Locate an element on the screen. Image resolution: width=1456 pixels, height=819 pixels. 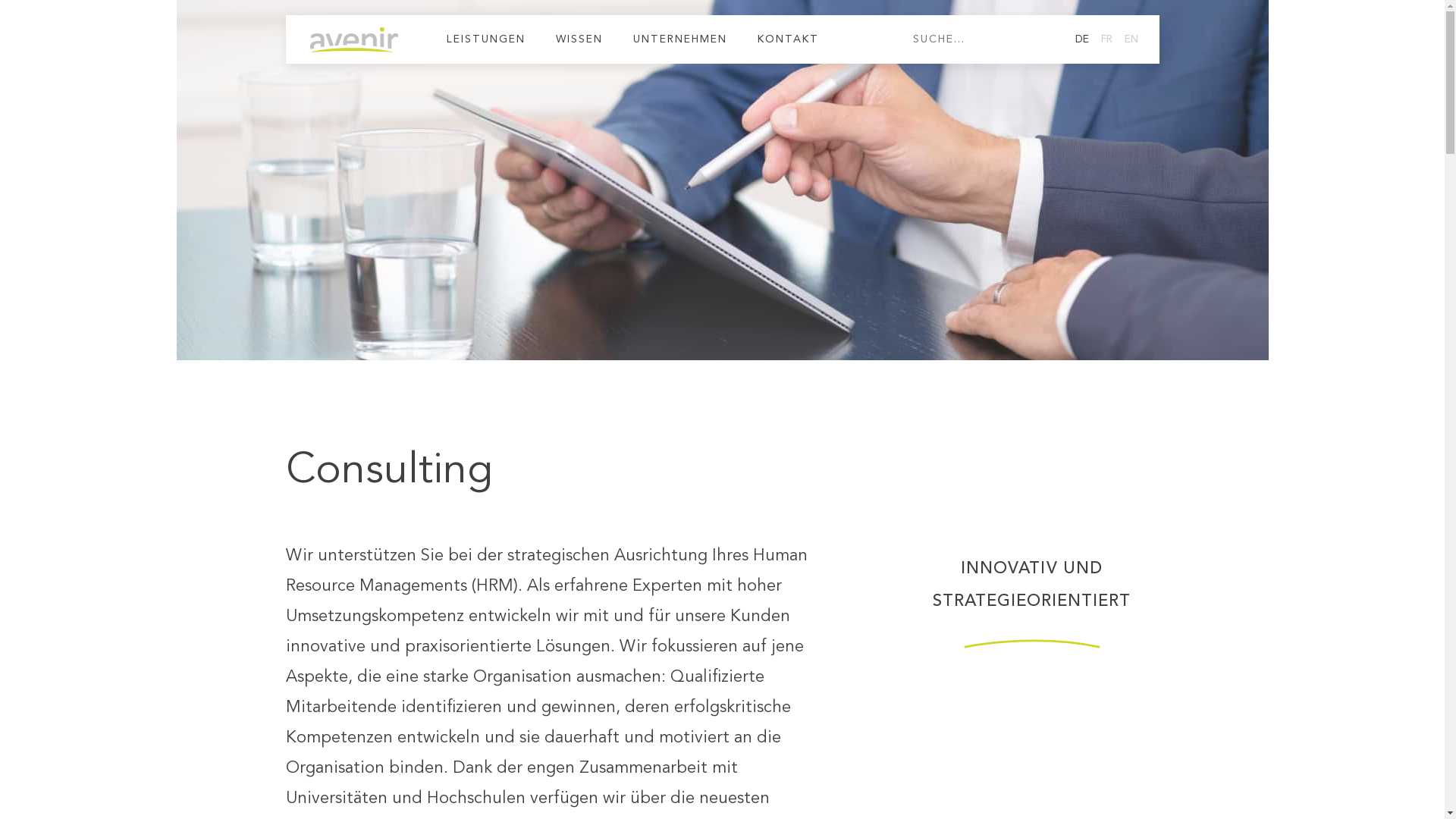
'UNTERNEHMEN' is located at coordinates (632, 38).